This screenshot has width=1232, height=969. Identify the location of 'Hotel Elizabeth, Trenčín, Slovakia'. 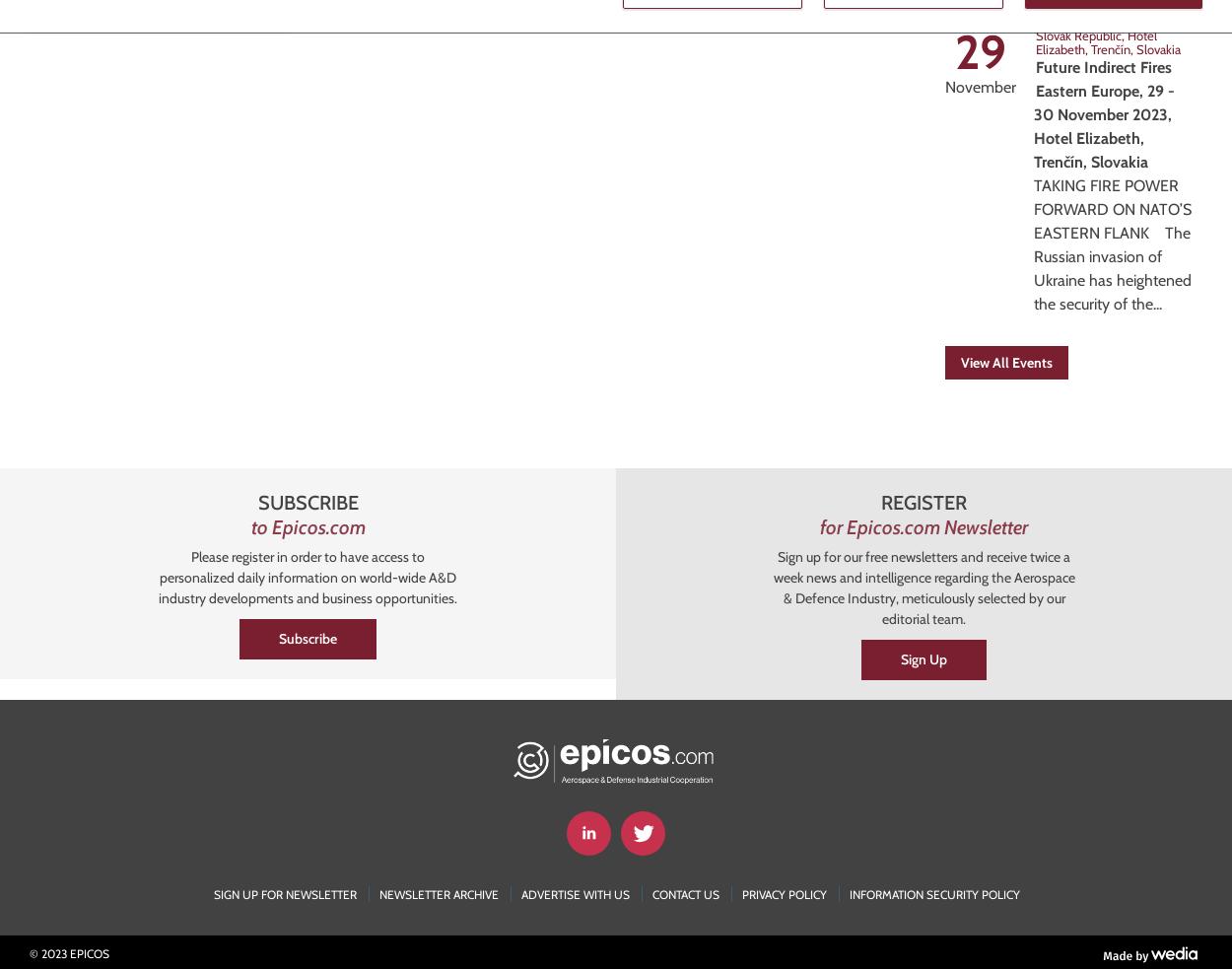
(1107, 39).